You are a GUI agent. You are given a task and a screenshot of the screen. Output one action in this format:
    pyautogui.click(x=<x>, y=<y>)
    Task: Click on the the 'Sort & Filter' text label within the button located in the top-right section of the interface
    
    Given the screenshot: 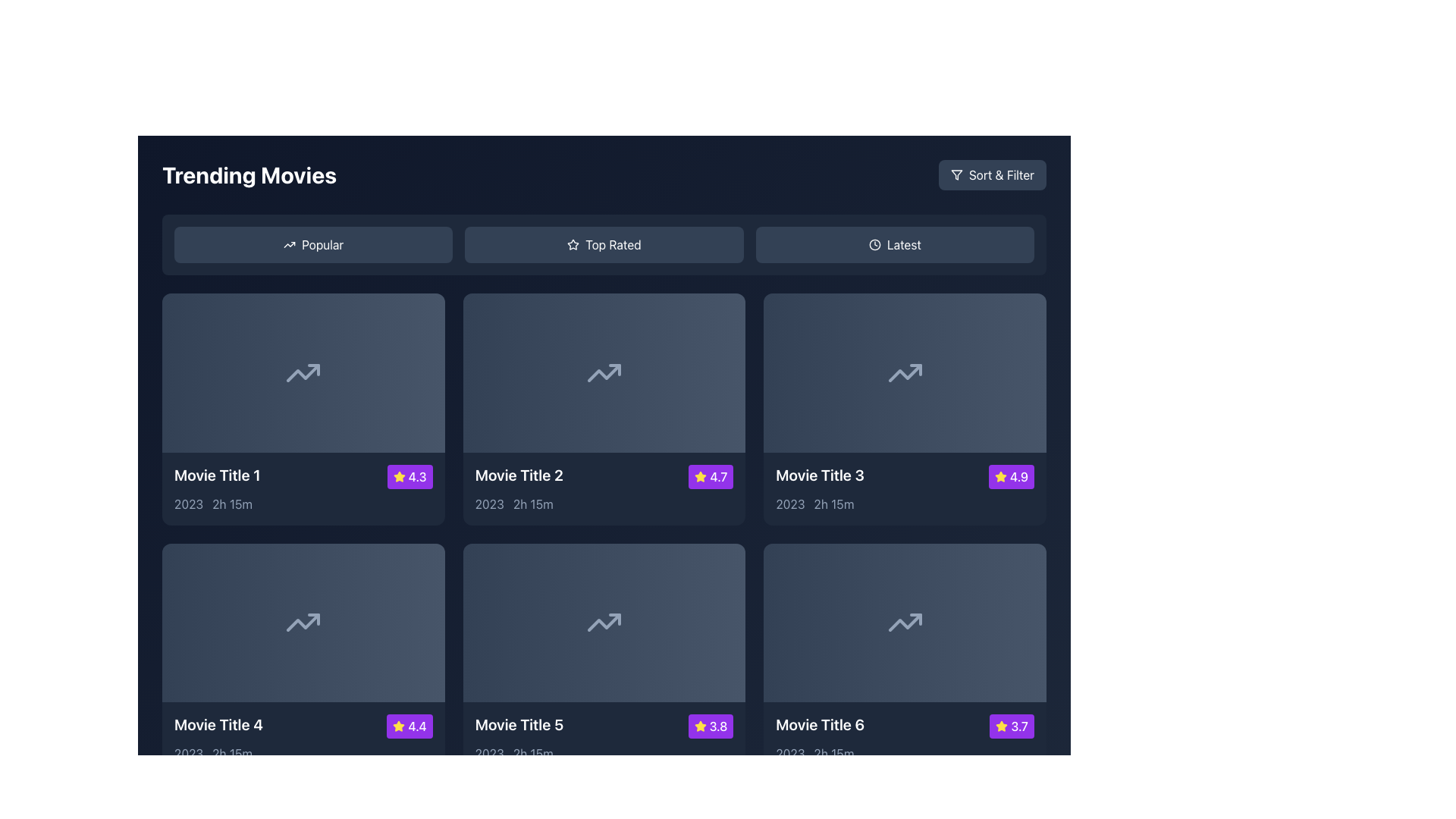 What is the action you would take?
    pyautogui.click(x=1001, y=174)
    